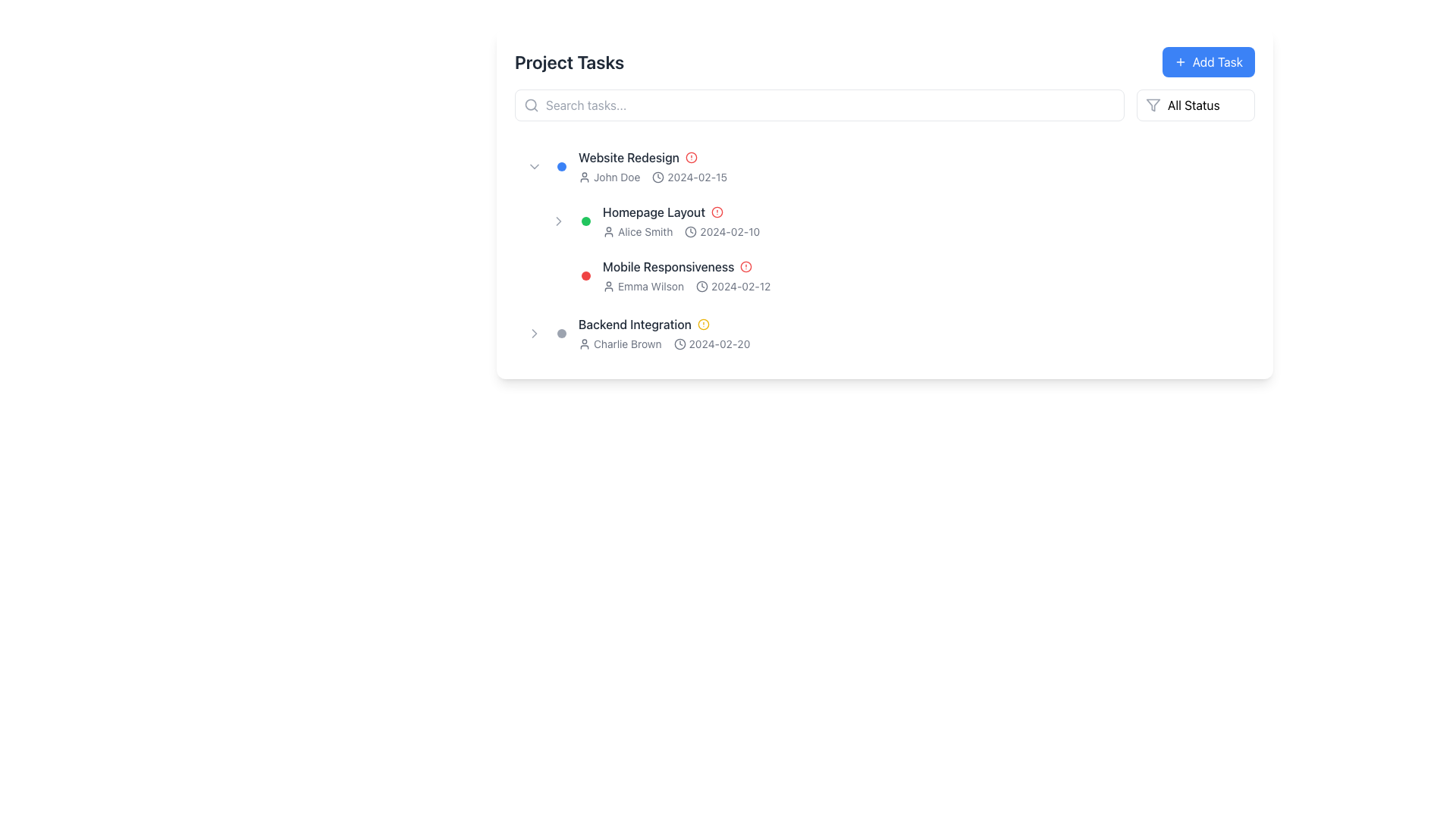 The width and height of the screenshot is (1456, 819). What do you see at coordinates (558, 221) in the screenshot?
I see `the small rightward-facing chevron icon button styled in gray color, located to the right of the 'Homepage Layout' task in the 'Project Tasks' list` at bounding box center [558, 221].